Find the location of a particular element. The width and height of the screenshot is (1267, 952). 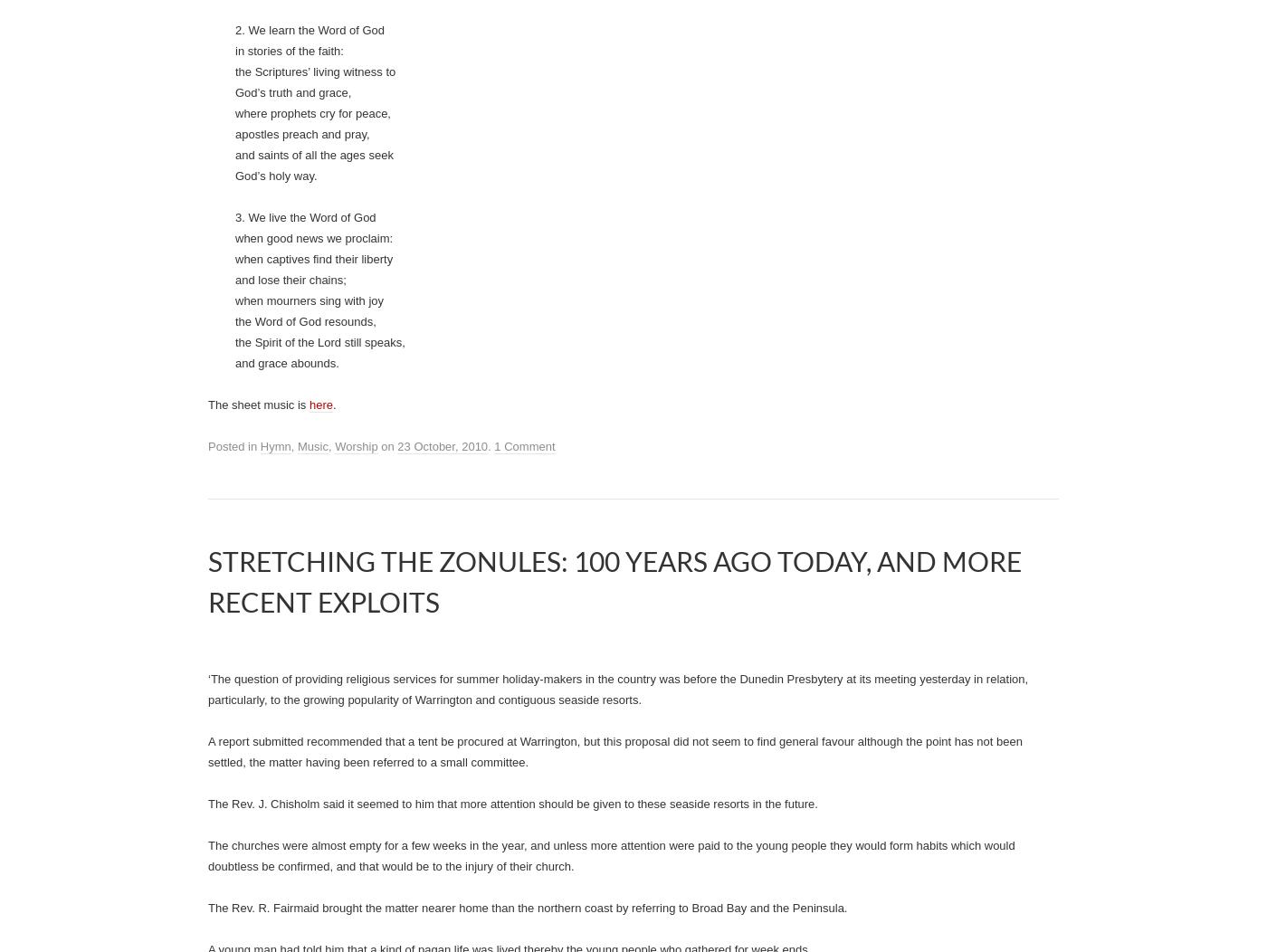

'where prophets cry for peace,' is located at coordinates (312, 807).